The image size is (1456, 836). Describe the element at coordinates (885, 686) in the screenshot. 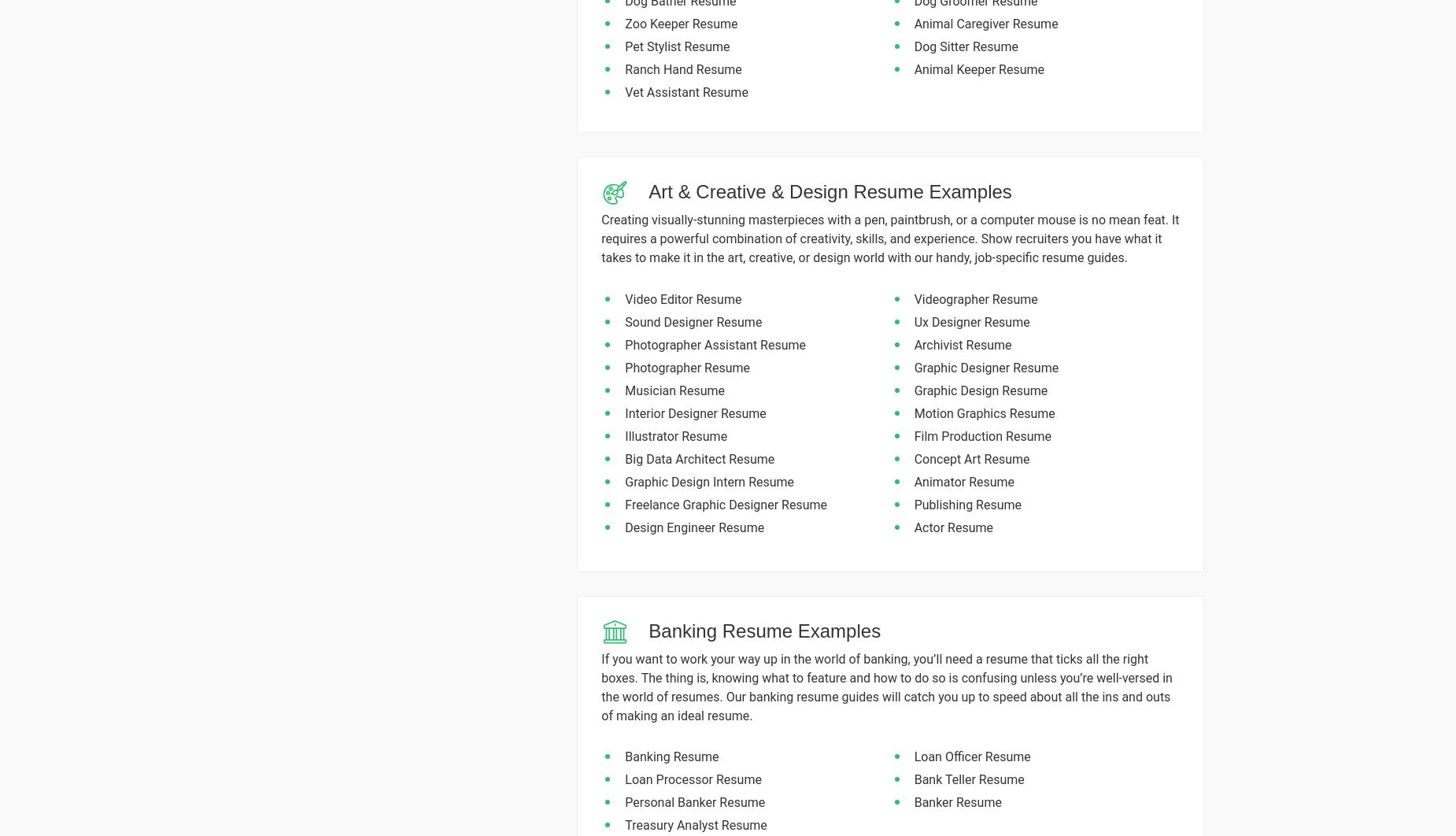

I see `'If you want to work your way up in the world of banking, you’ll need a resume that ticks all the right boxes. The thing is, knowing what to feature and how to do so is confusing unless you’re well-versed in the world of resumes. Our banking resume guides will catch you up to speed about all the ins and outs of making an ideal resume.'` at that location.